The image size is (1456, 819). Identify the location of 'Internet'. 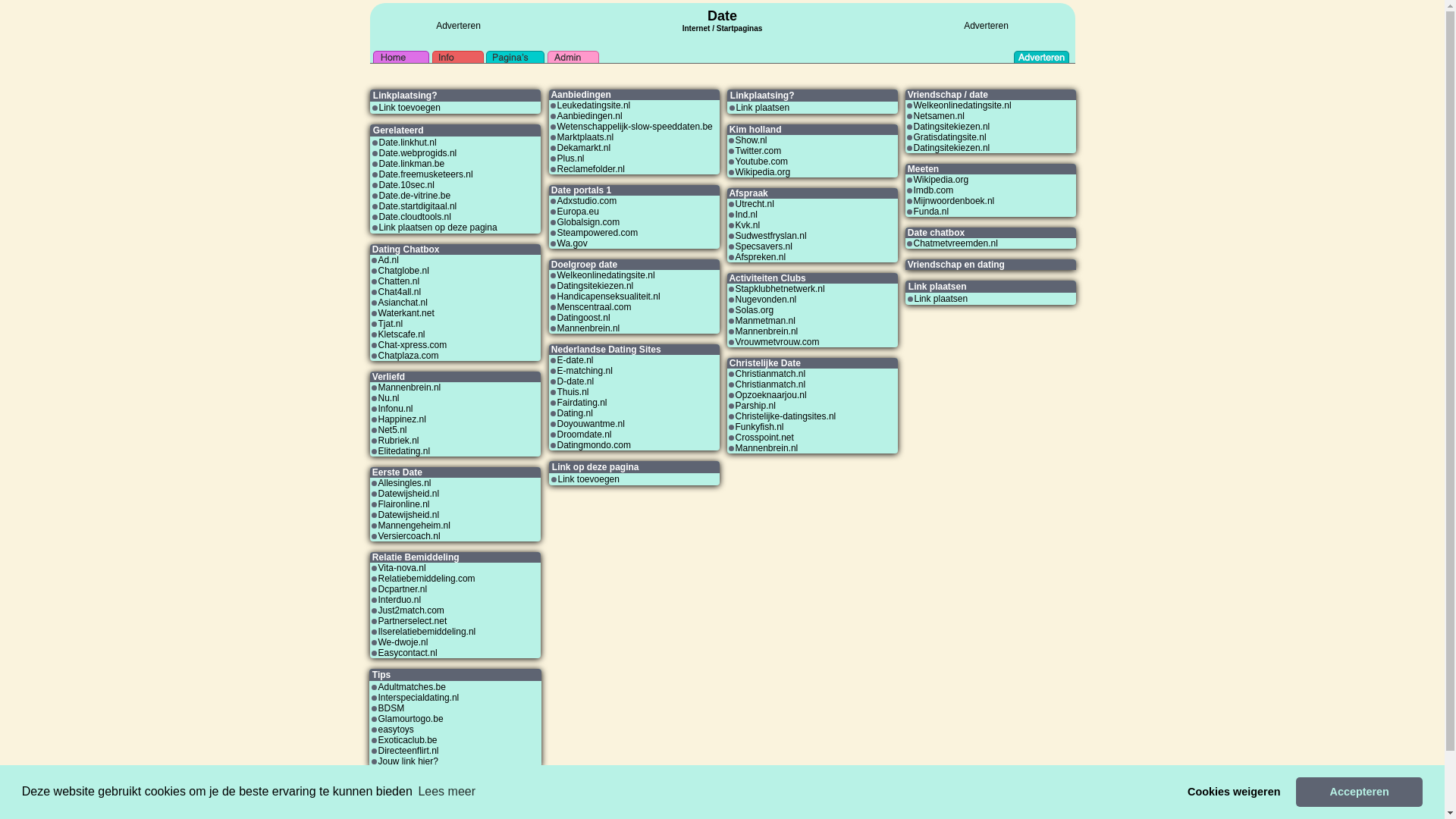
(695, 26).